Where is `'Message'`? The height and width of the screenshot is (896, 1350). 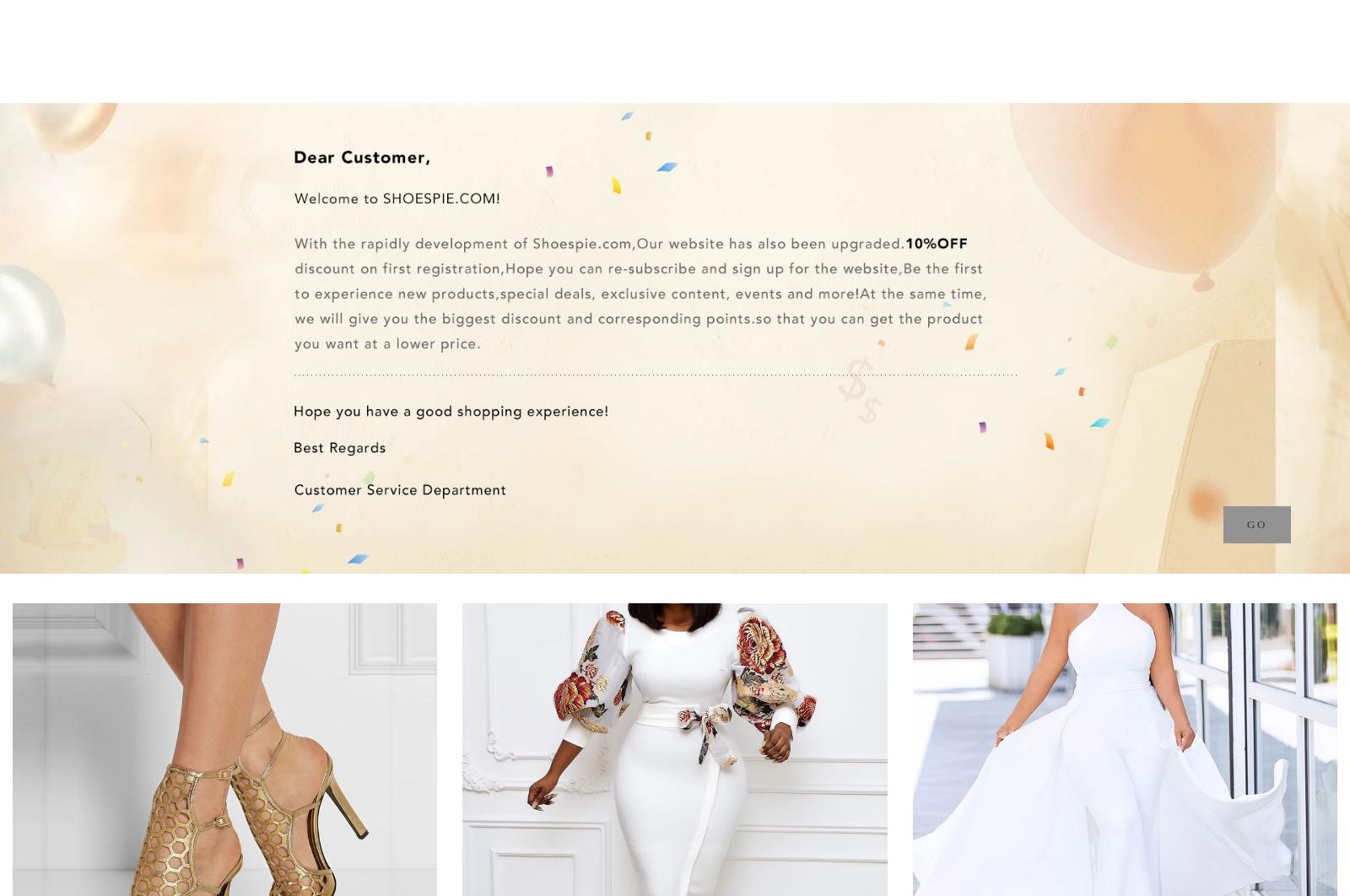
'Message' is located at coordinates (1081, 26).